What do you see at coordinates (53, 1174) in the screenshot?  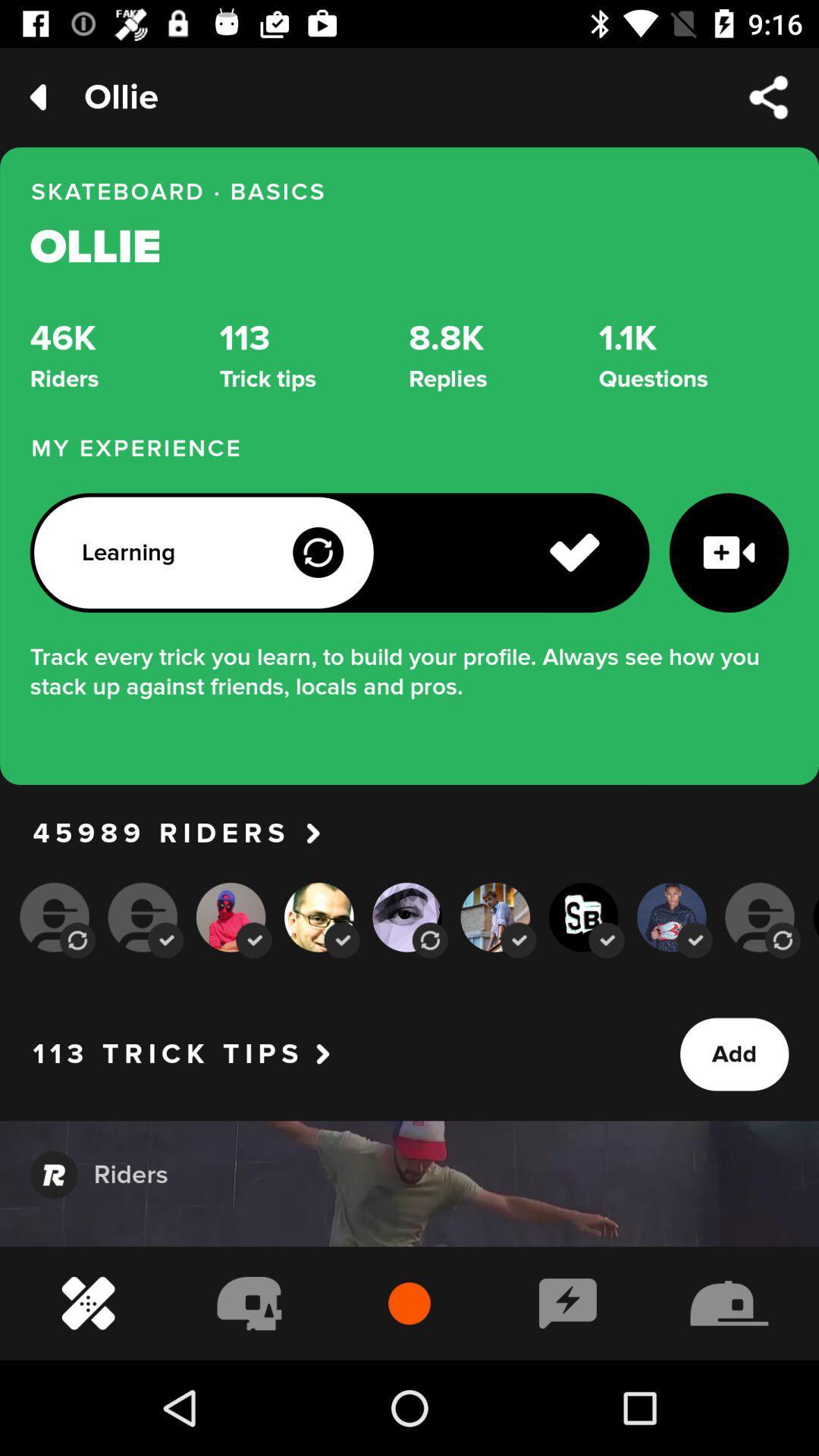 I see `the chat icon` at bounding box center [53, 1174].